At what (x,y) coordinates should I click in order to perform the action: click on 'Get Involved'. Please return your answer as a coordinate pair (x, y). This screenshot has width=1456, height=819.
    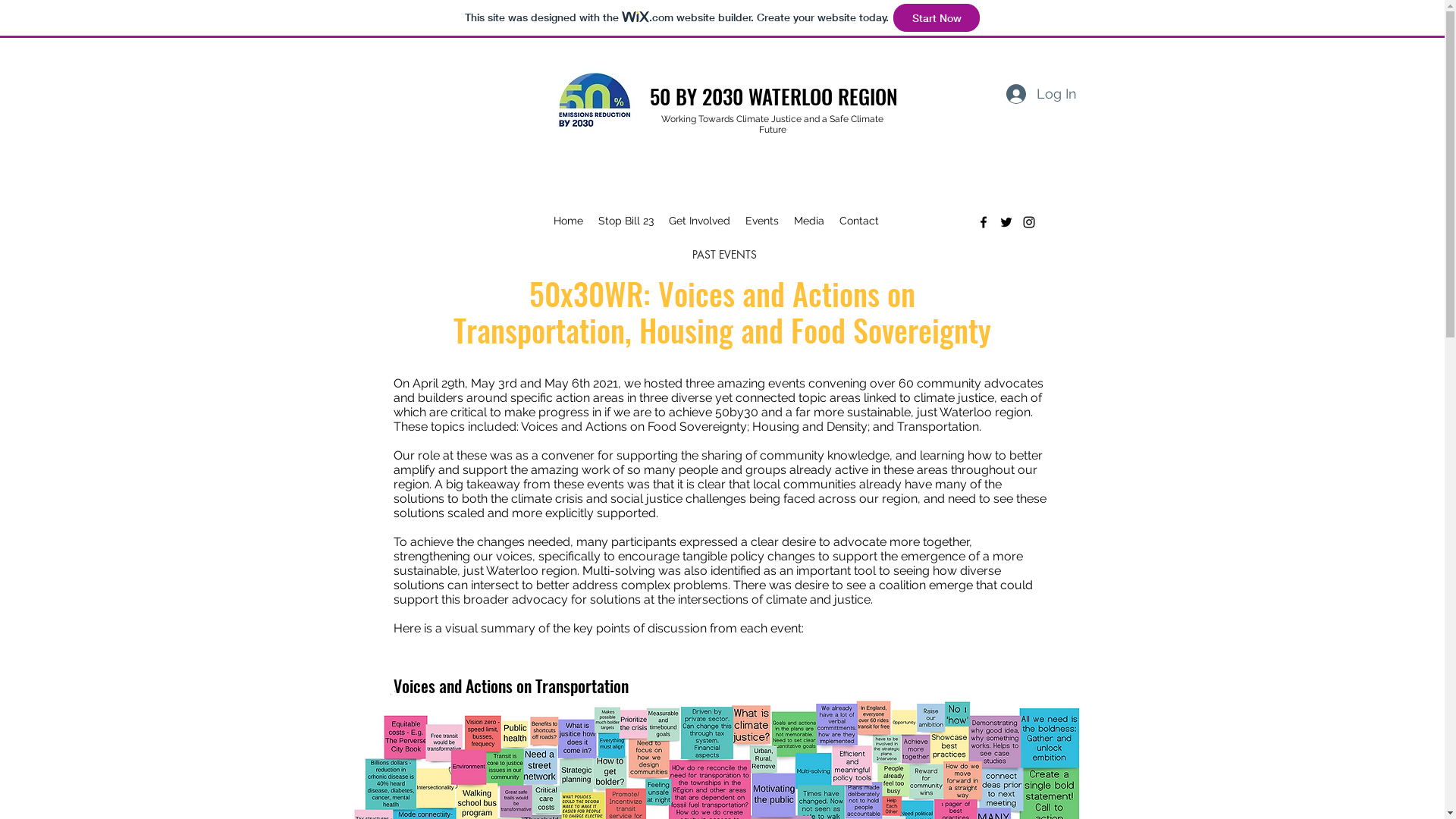
    Looking at the image, I should click on (698, 220).